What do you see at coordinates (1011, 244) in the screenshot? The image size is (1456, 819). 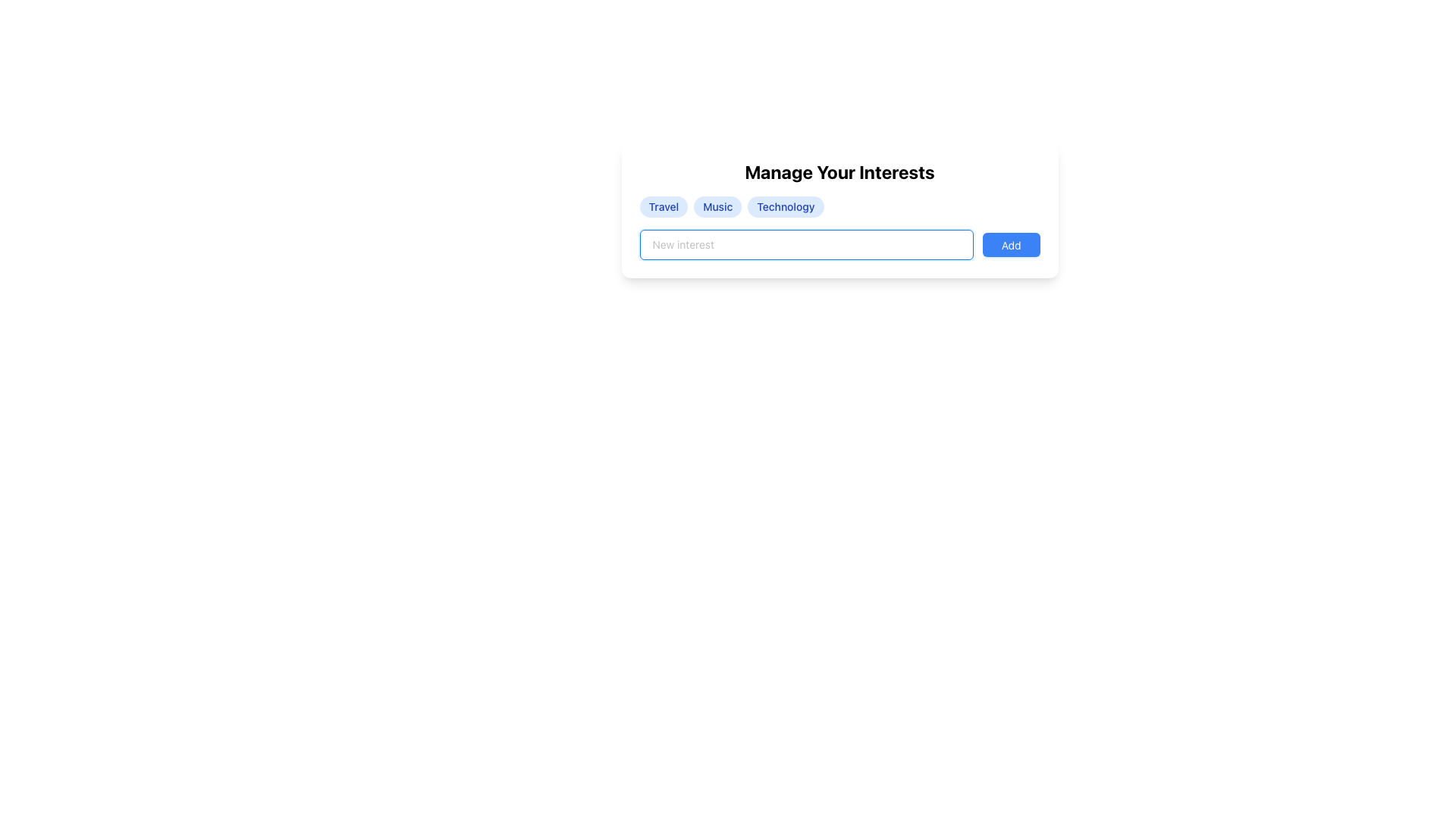 I see `the 'Add' button which is labeled for adding a new item or interest in the 'Manage Your Interests' form` at bounding box center [1011, 244].